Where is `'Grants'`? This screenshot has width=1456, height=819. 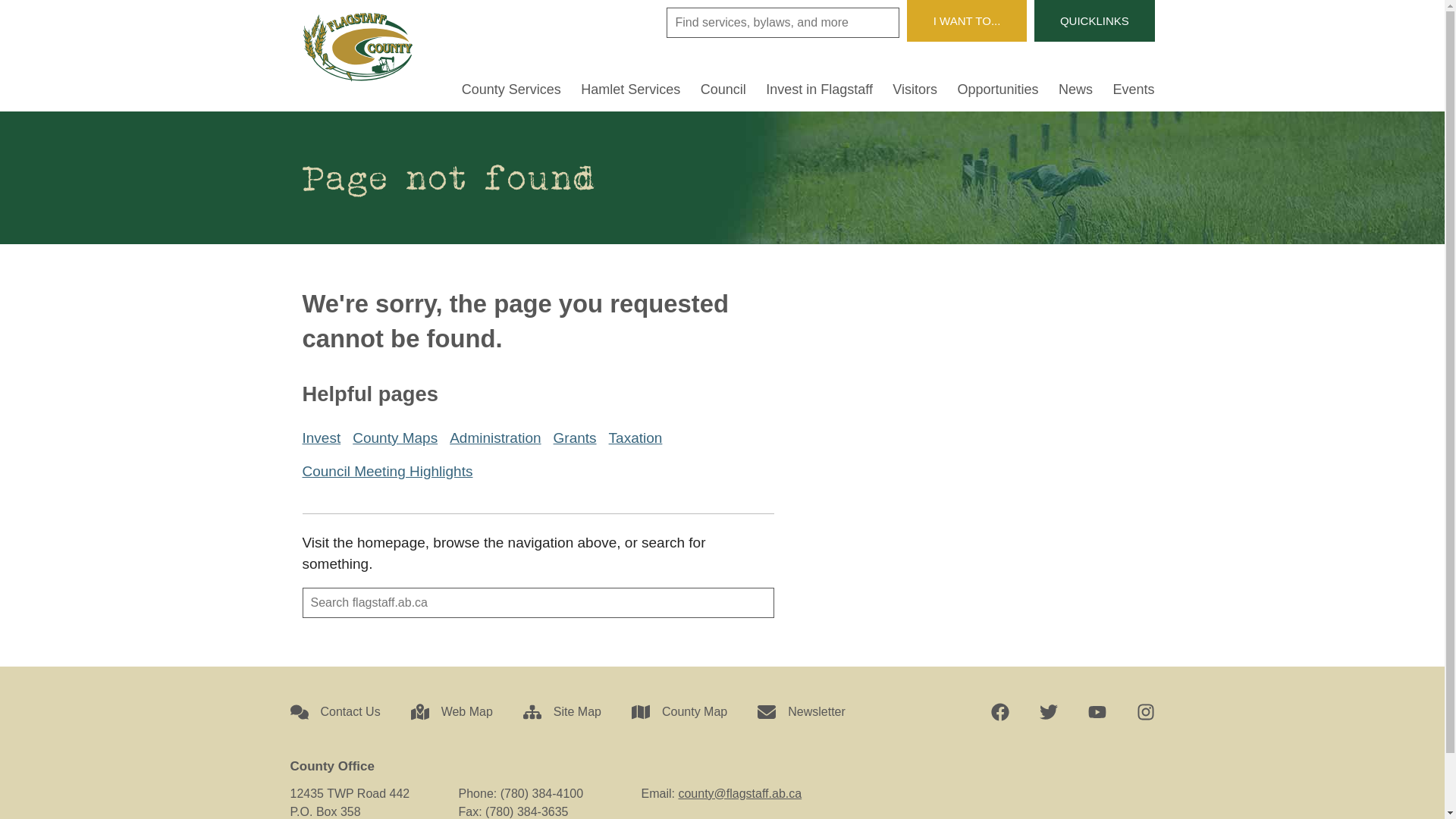
'Grants' is located at coordinates (552, 438).